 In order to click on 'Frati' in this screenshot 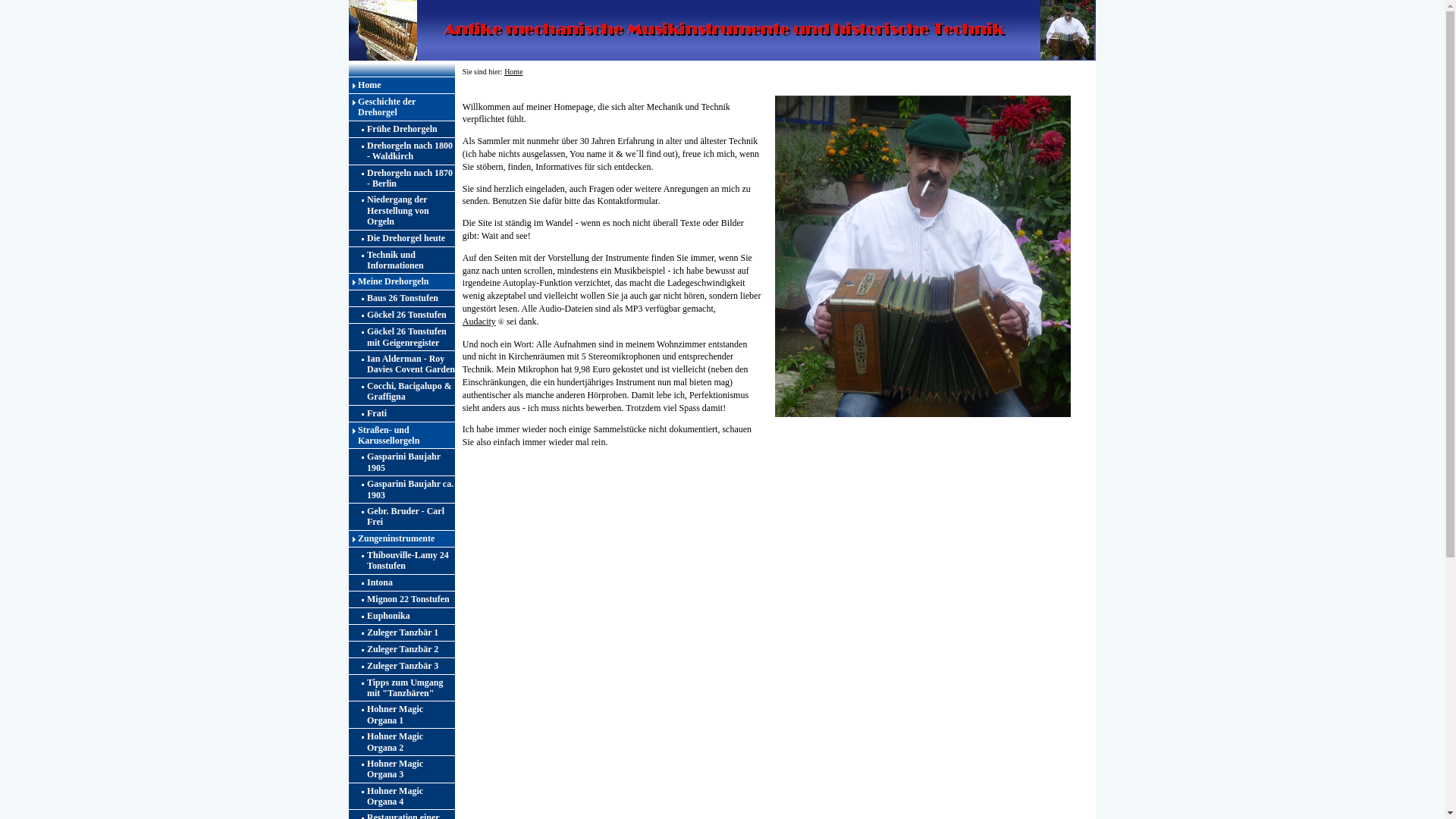, I will do `click(348, 413)`.